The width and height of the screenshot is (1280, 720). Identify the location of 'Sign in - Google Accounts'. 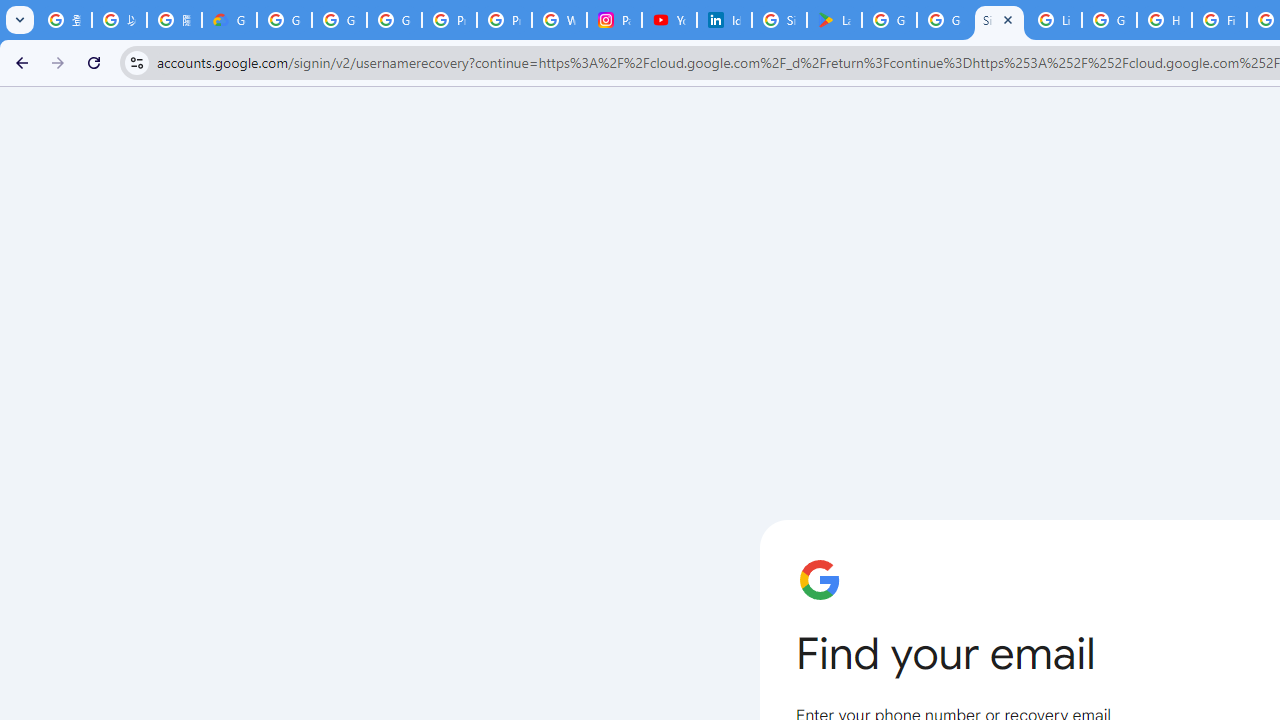
(999, 20).